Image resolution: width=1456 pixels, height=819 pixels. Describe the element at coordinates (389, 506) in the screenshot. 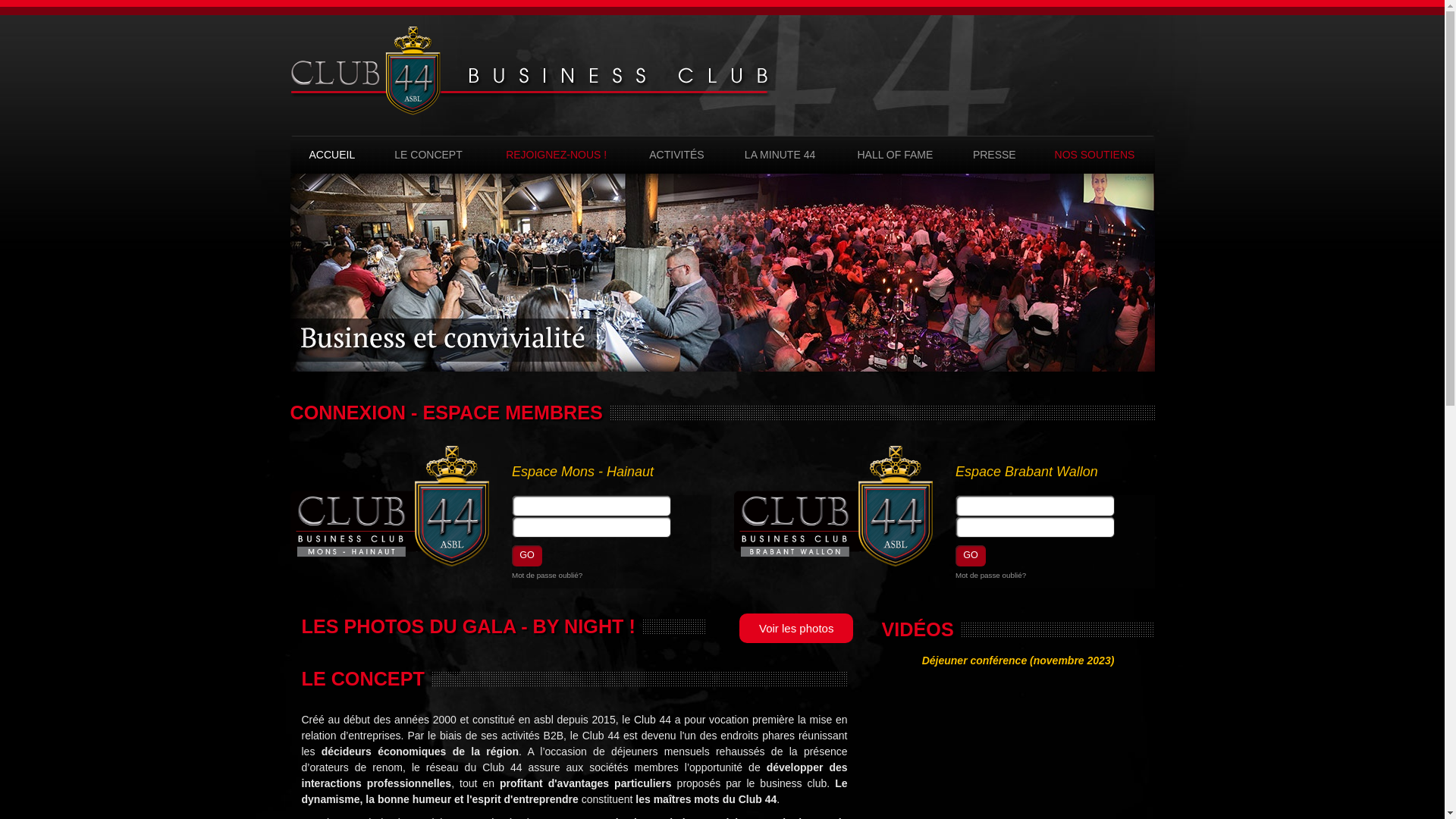

I see `'Club 44 - Mons-Hainaut'` at that location.